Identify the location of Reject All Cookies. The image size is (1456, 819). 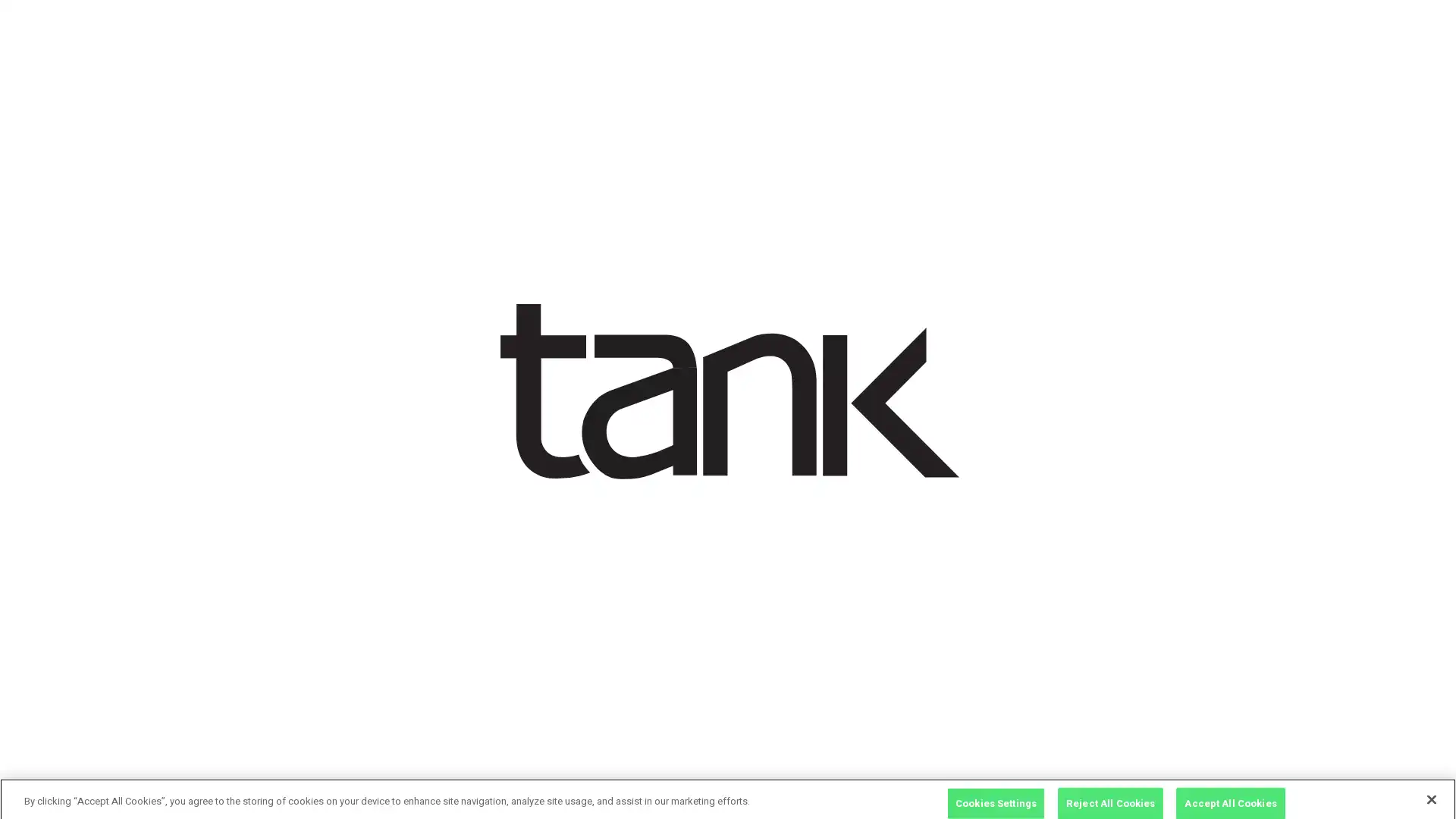
(1110, 795).